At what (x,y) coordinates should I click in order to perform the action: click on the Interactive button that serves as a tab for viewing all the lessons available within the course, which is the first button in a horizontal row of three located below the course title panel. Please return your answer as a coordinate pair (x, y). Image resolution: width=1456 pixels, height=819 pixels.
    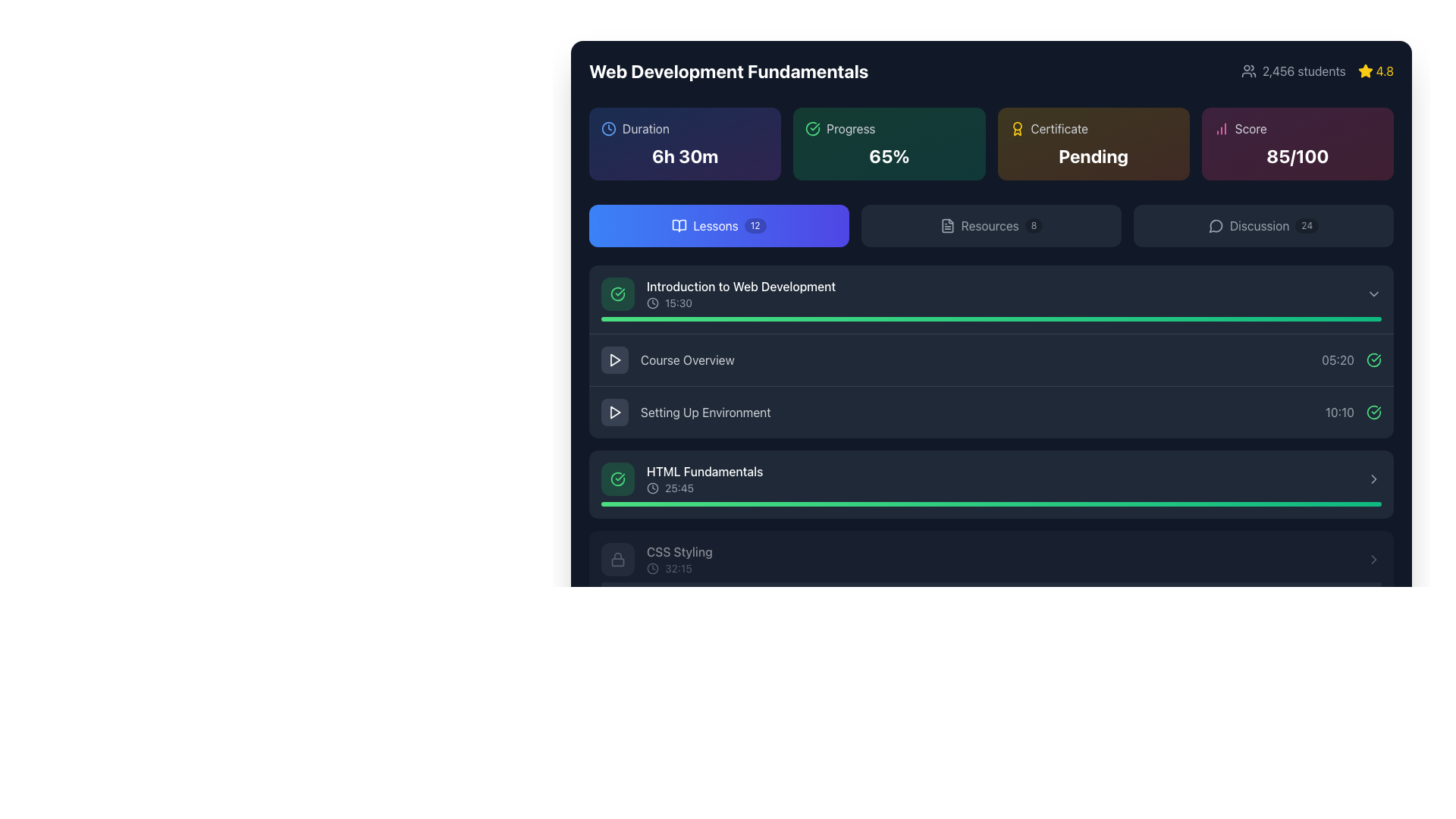
    Looking at the image, I should click on (718, 225).